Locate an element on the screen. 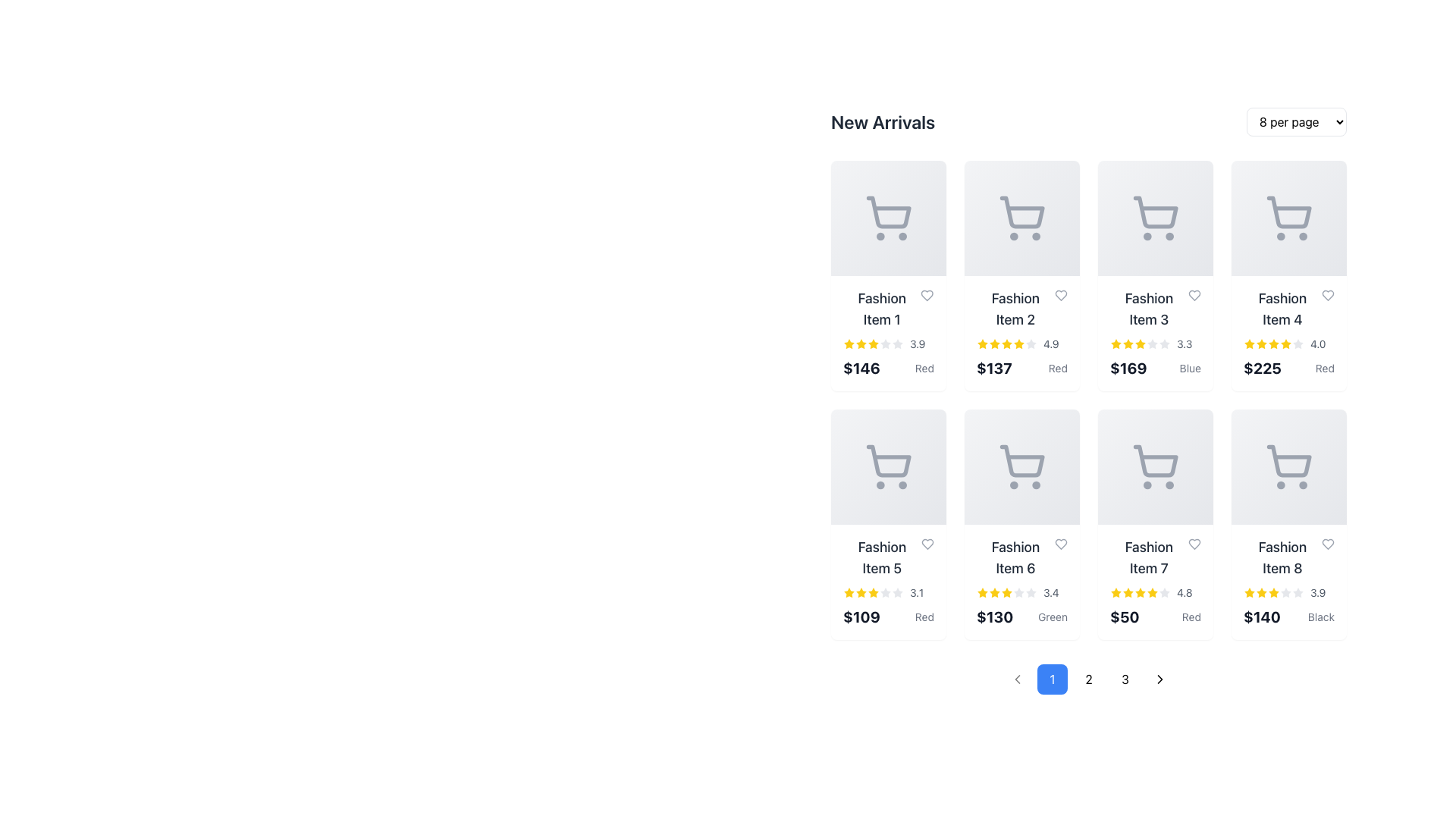 Image resolution: width=1456 pixels, height=819 pixels. the heart-shaped icon is located at coordinates (1194, 295).